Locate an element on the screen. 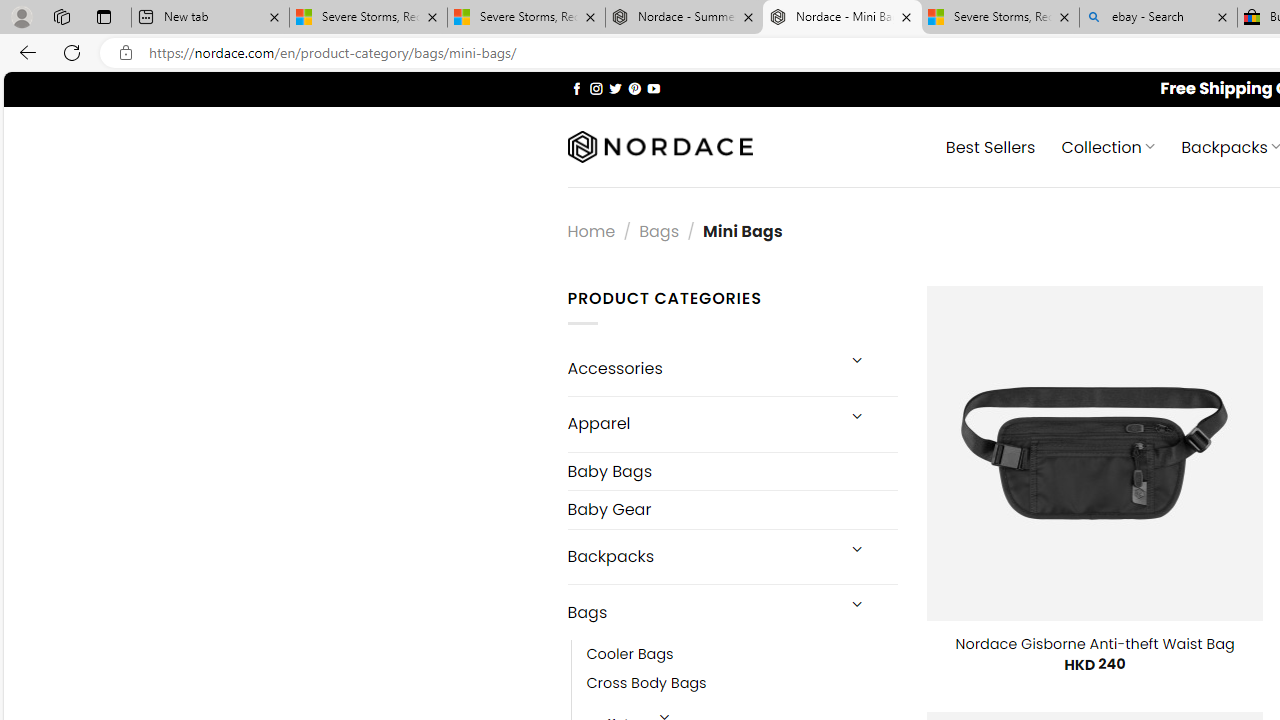 Image resolution: width=1280 pixels, height=720 pixels. 'Follow on Facebook' is located at coordinates (576, 87).